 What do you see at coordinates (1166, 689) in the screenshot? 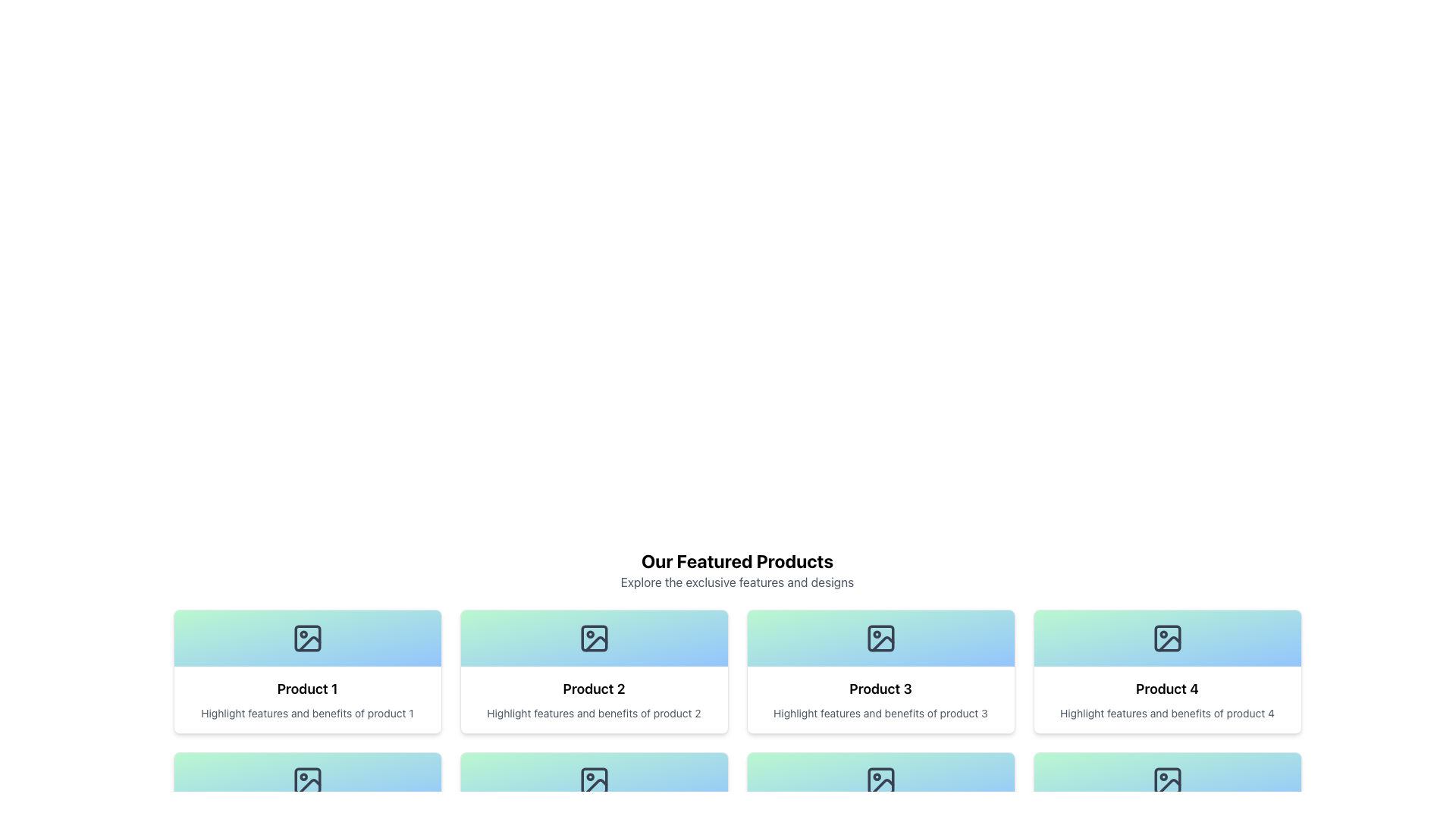
I see `the text label displaying 'Product 4', which is located at the bottom center of the fourth product card in the product grid` at bounding box center [1166, 689].